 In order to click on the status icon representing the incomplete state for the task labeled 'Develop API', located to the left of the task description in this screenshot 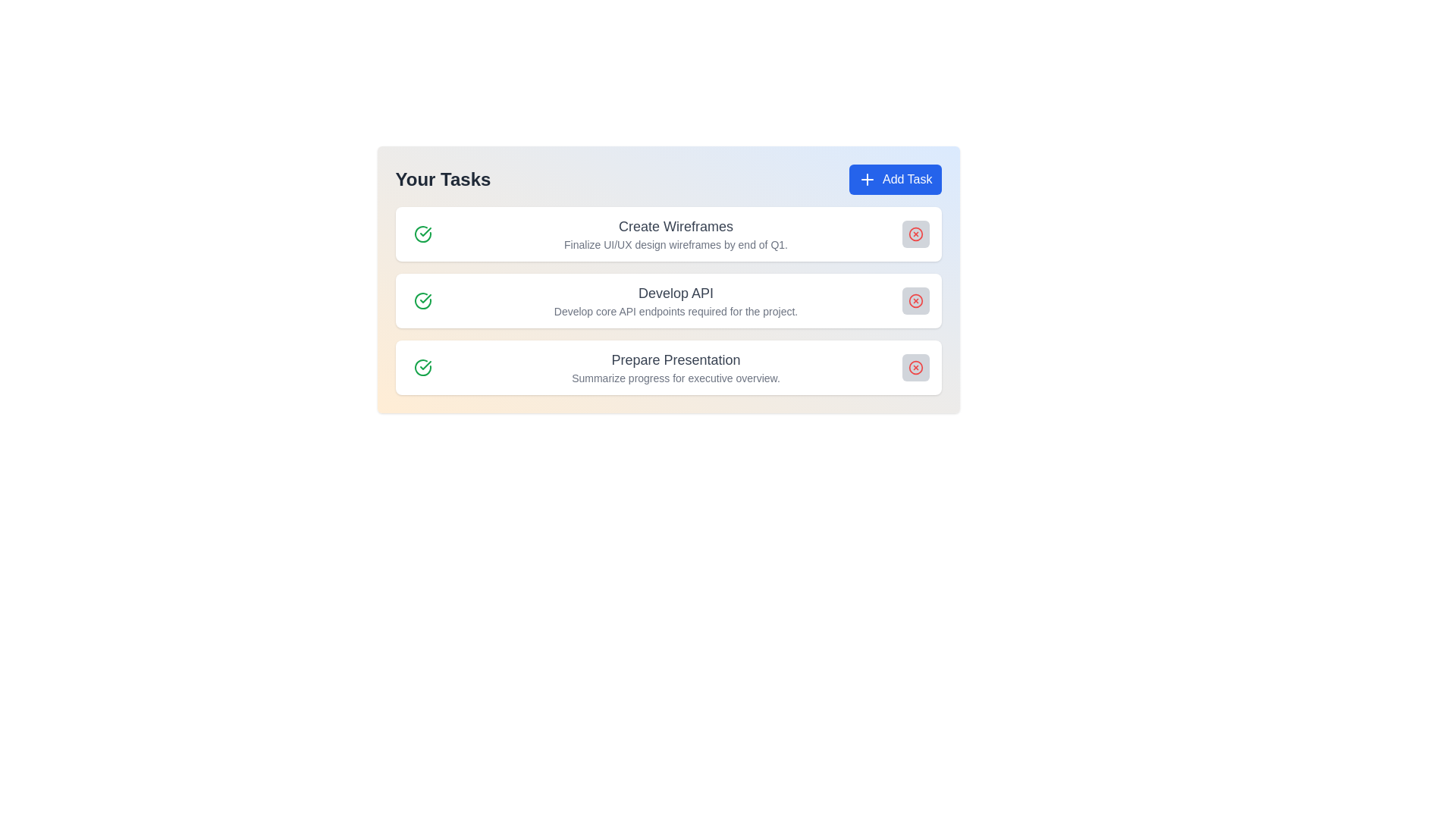, I will do `click(422, 301)`.